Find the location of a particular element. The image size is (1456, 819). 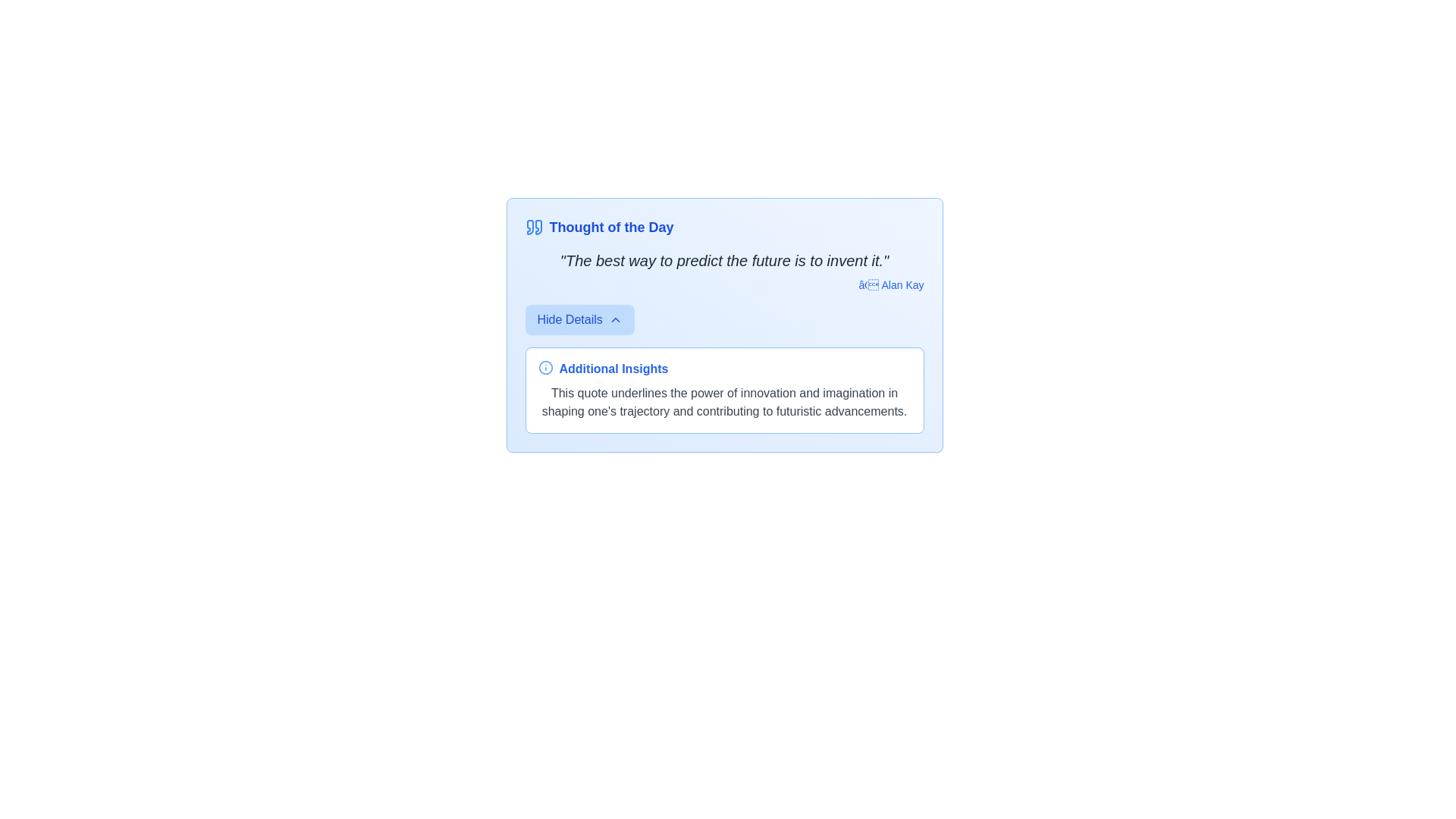

the blue quotation mark icon located to the left of the 'Thought of the Day' text is located at coordinates (534, 227).